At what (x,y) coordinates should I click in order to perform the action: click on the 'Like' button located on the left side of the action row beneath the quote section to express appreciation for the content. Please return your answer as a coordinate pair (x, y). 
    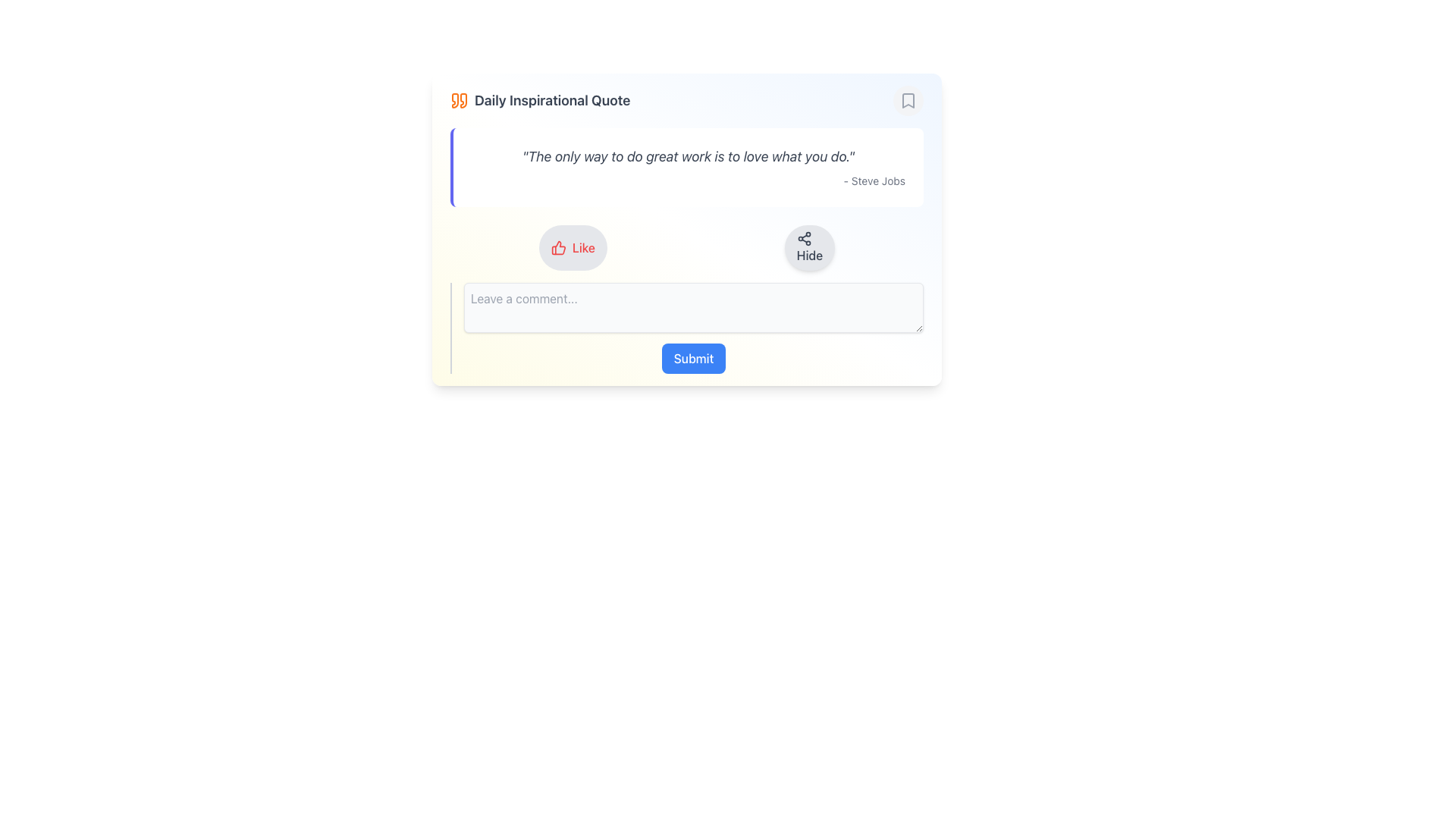
    Looking at the image, I should click on (572, 247).